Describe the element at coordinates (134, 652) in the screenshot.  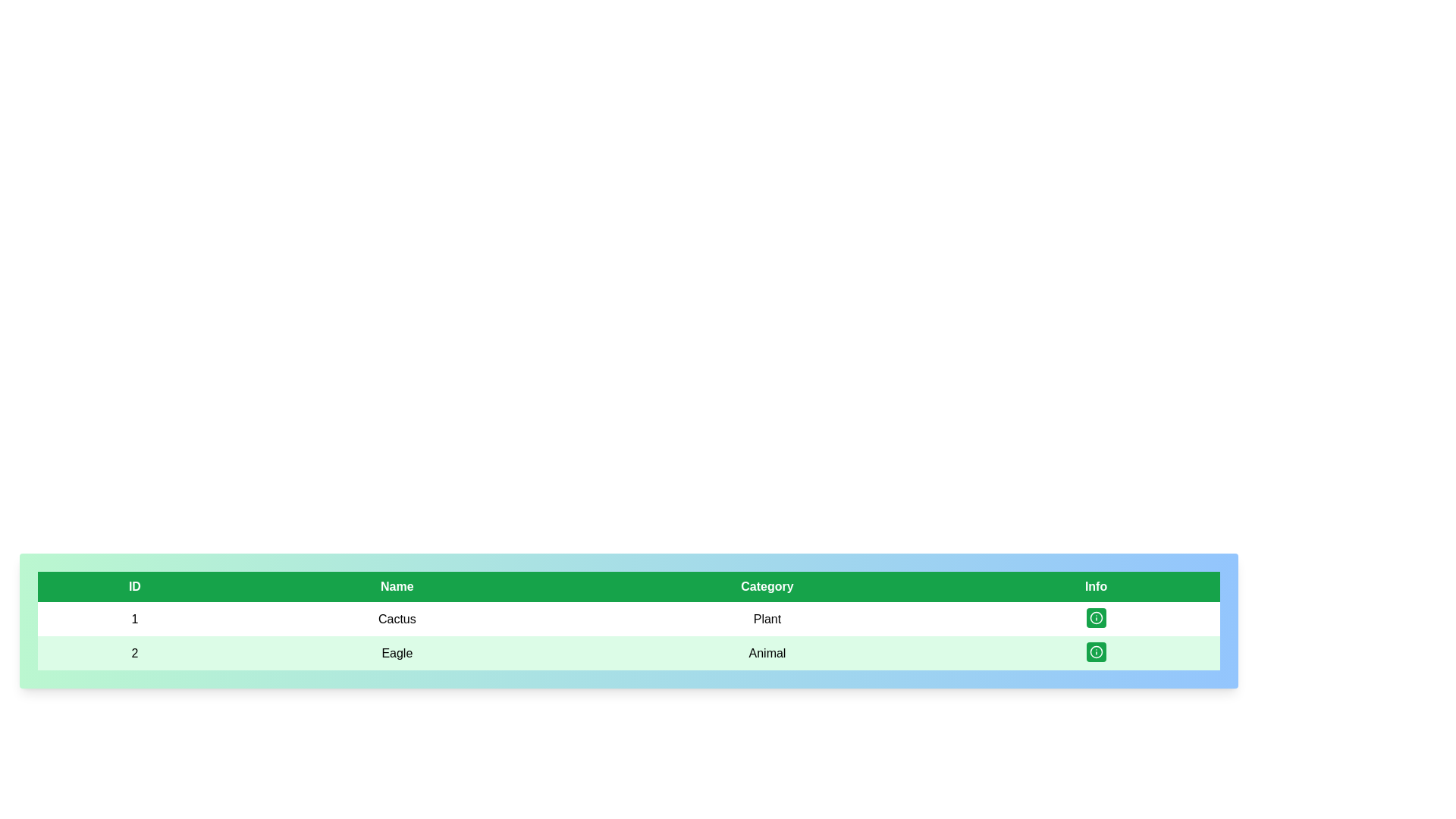
I see `the text display element showing the number '2' in bold font, located in the leftmost column of the second row of a tabular grid with a light green background` at that location.